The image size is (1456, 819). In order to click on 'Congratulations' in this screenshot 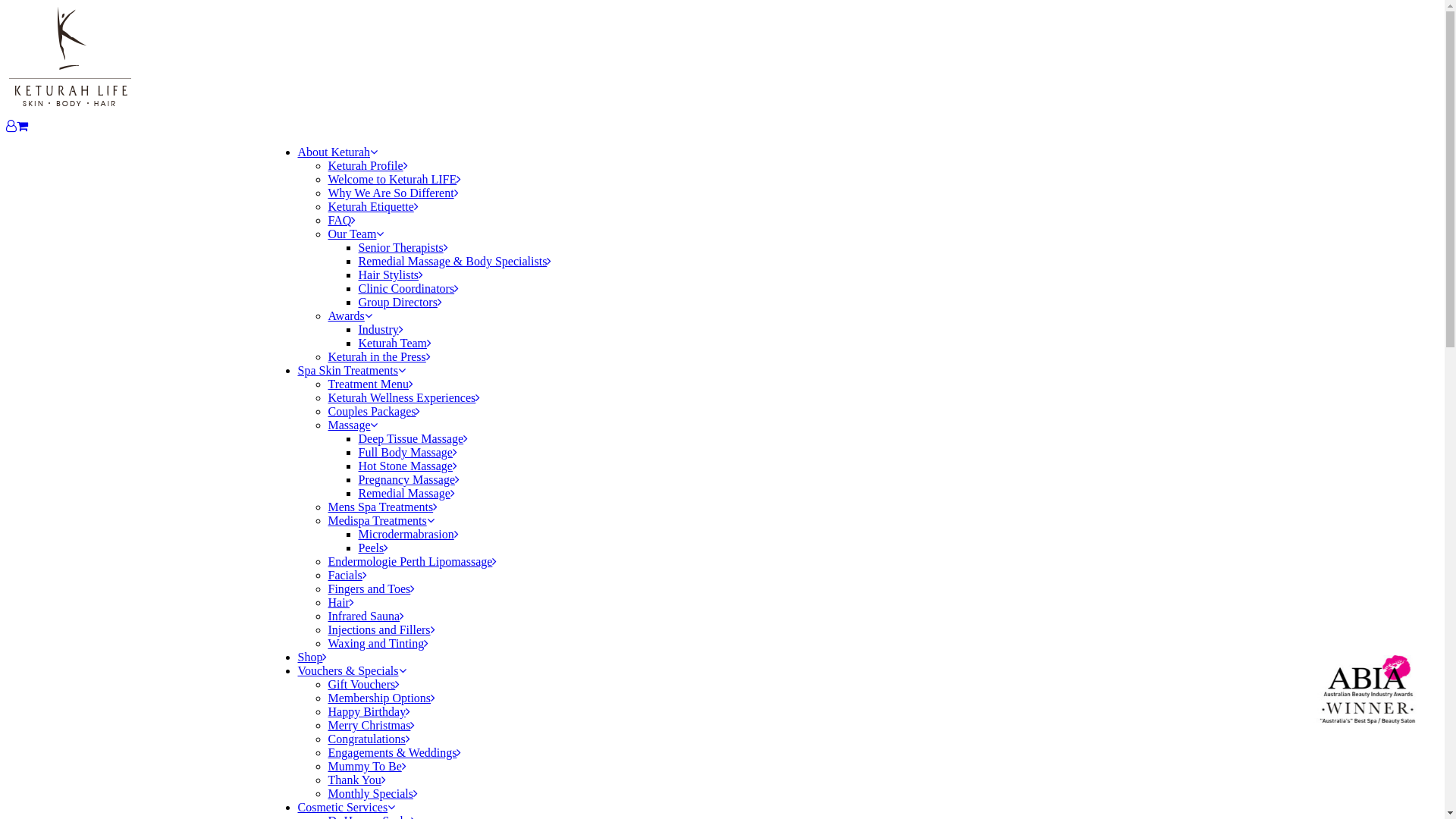, I will do `click(327, 738)`.